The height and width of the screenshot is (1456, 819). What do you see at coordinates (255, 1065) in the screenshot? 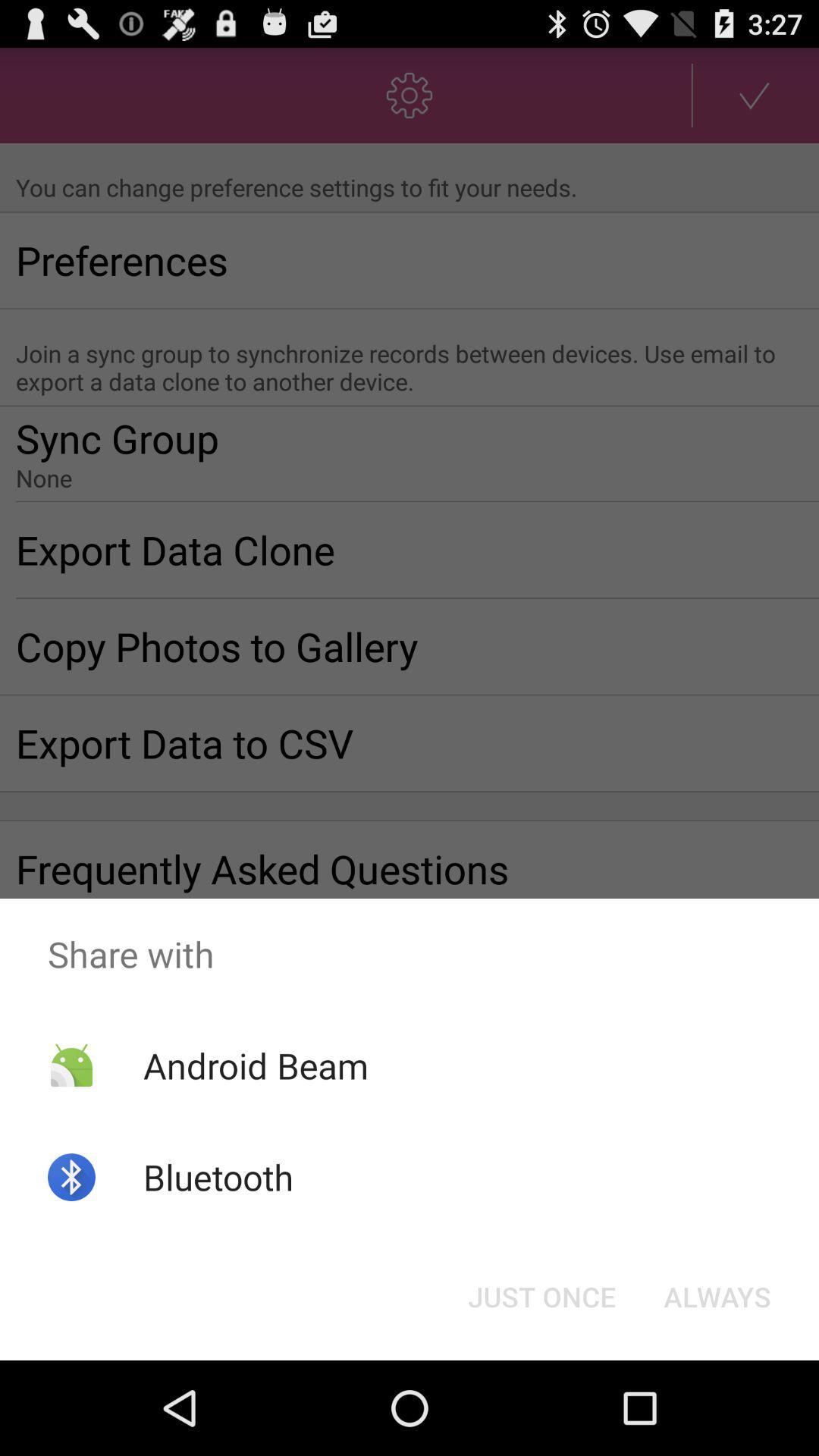
I see `the android beam icon` at bounding box center [255, 1065].